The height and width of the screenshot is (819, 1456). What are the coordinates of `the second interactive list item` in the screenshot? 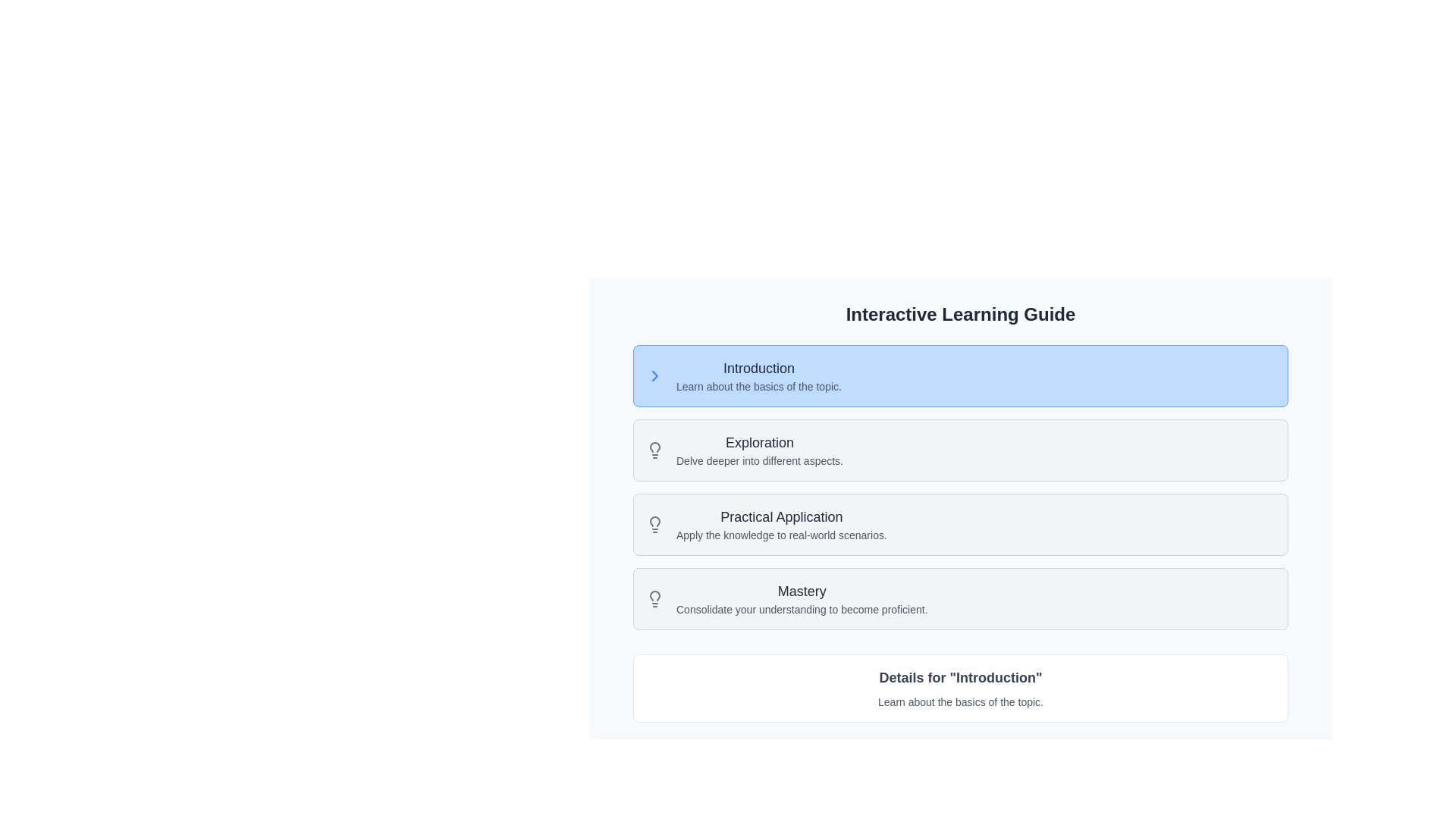 It's located at (960, 488).